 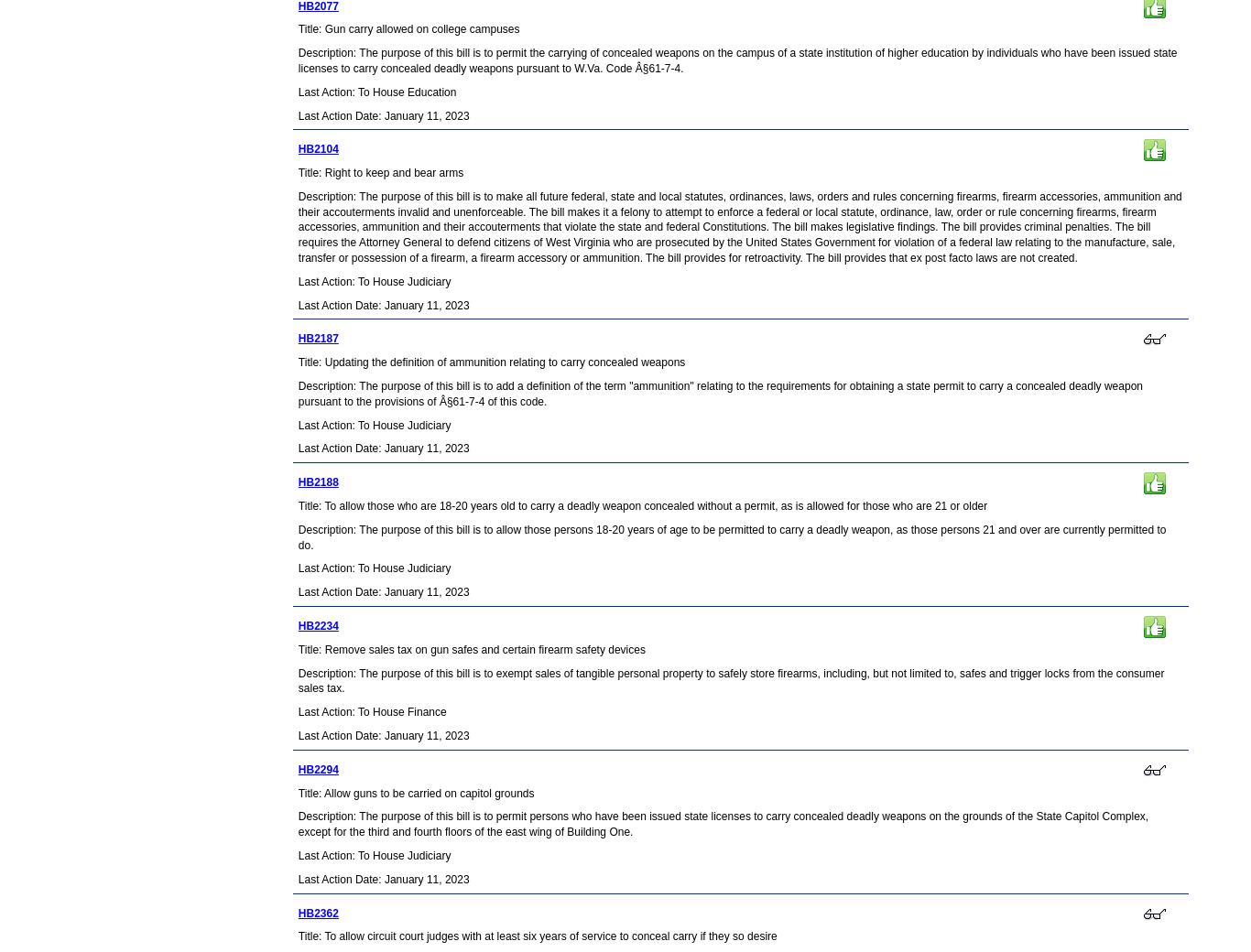 I want to click on 'Title: To allow circuit court judges with at least six years of service to conceal carry if they so desire', so click(x=536, y=936).